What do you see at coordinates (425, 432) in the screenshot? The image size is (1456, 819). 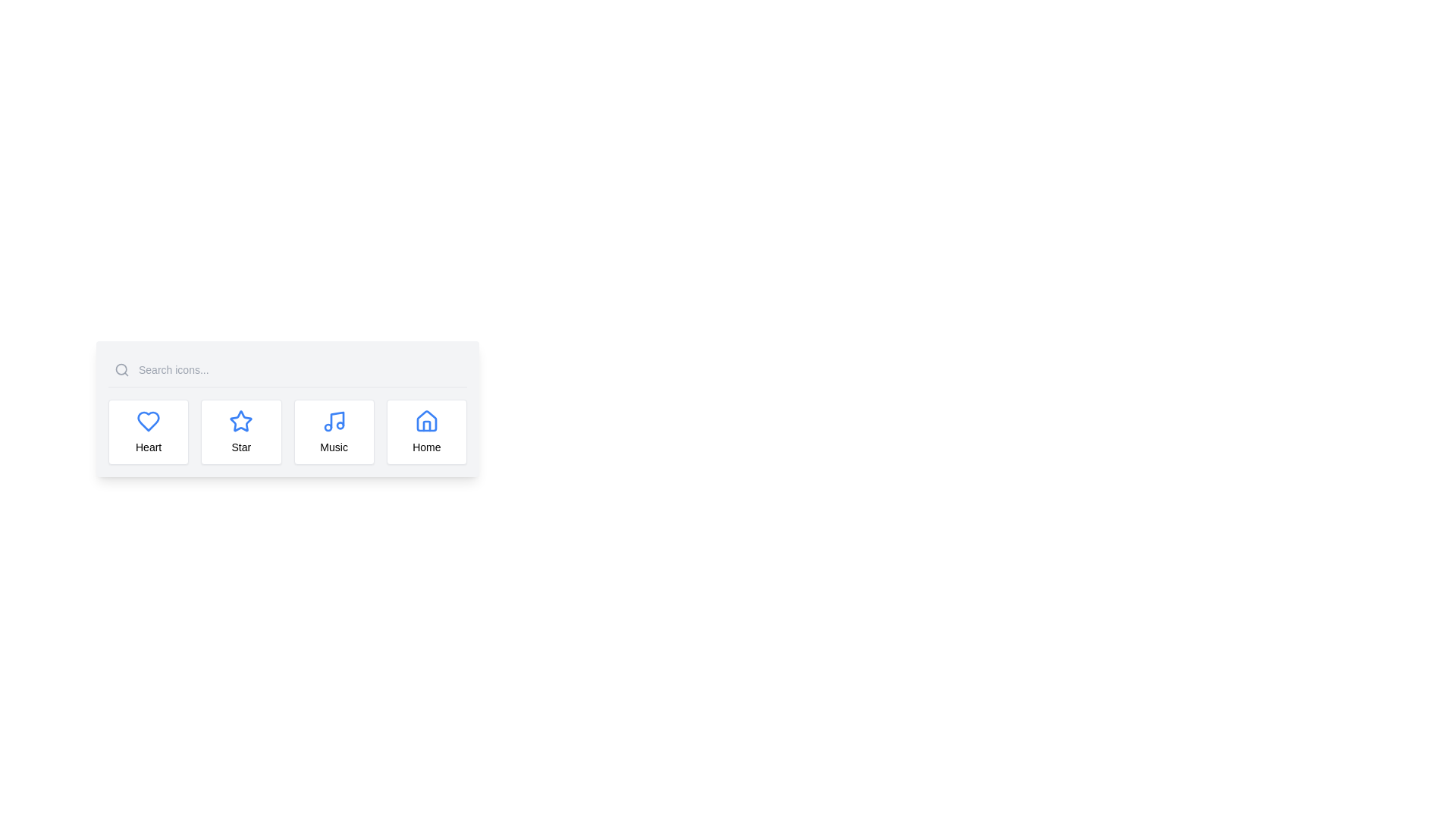 I see `on the 'Home' button, which is a rectangular card with a white background, rounded corners, and a blue house icon above the text 'Home'. It is the fourth card in the grid row, positioned next` at bounding box center [425, 432].